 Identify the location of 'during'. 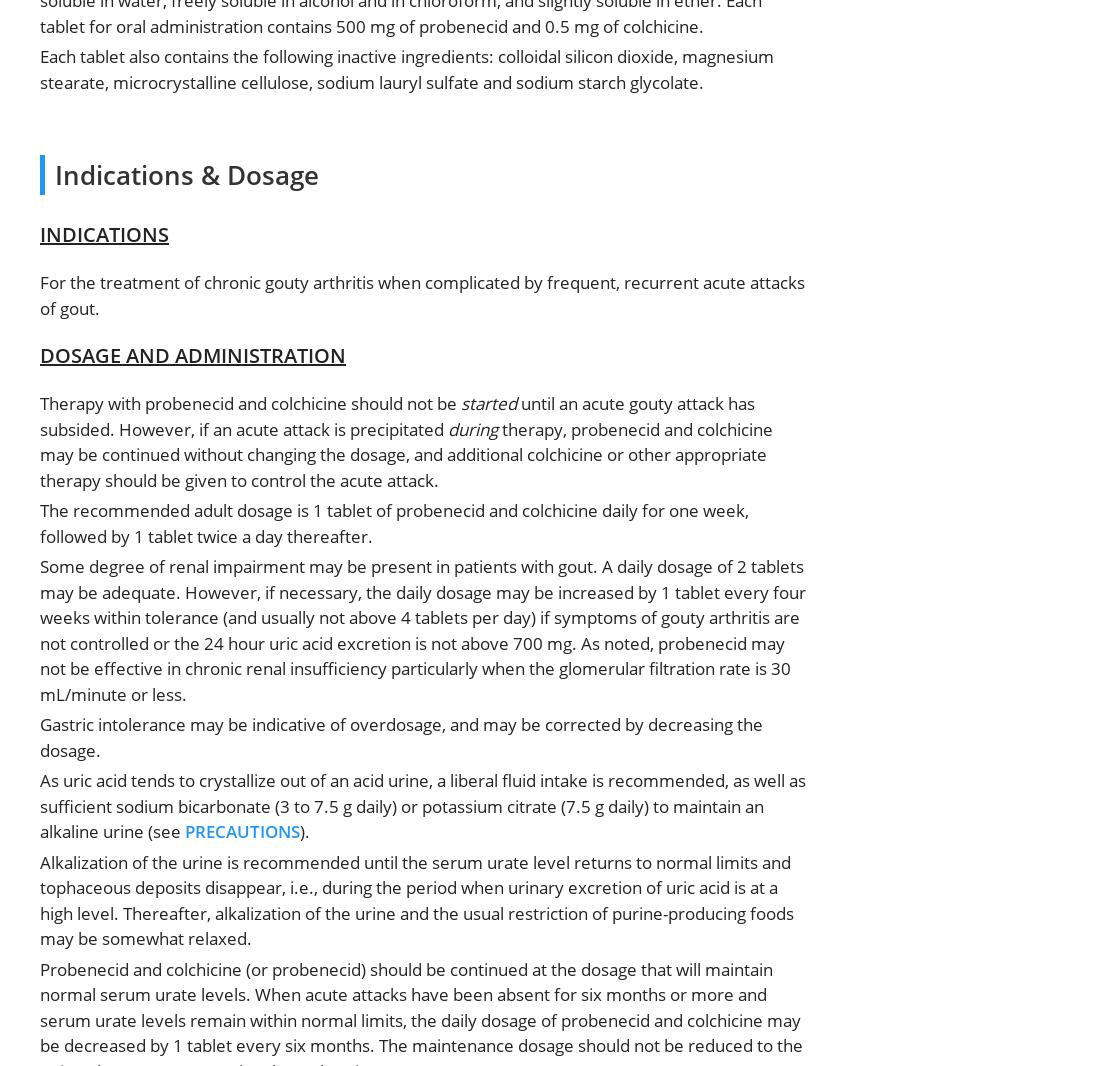
(472, 428).